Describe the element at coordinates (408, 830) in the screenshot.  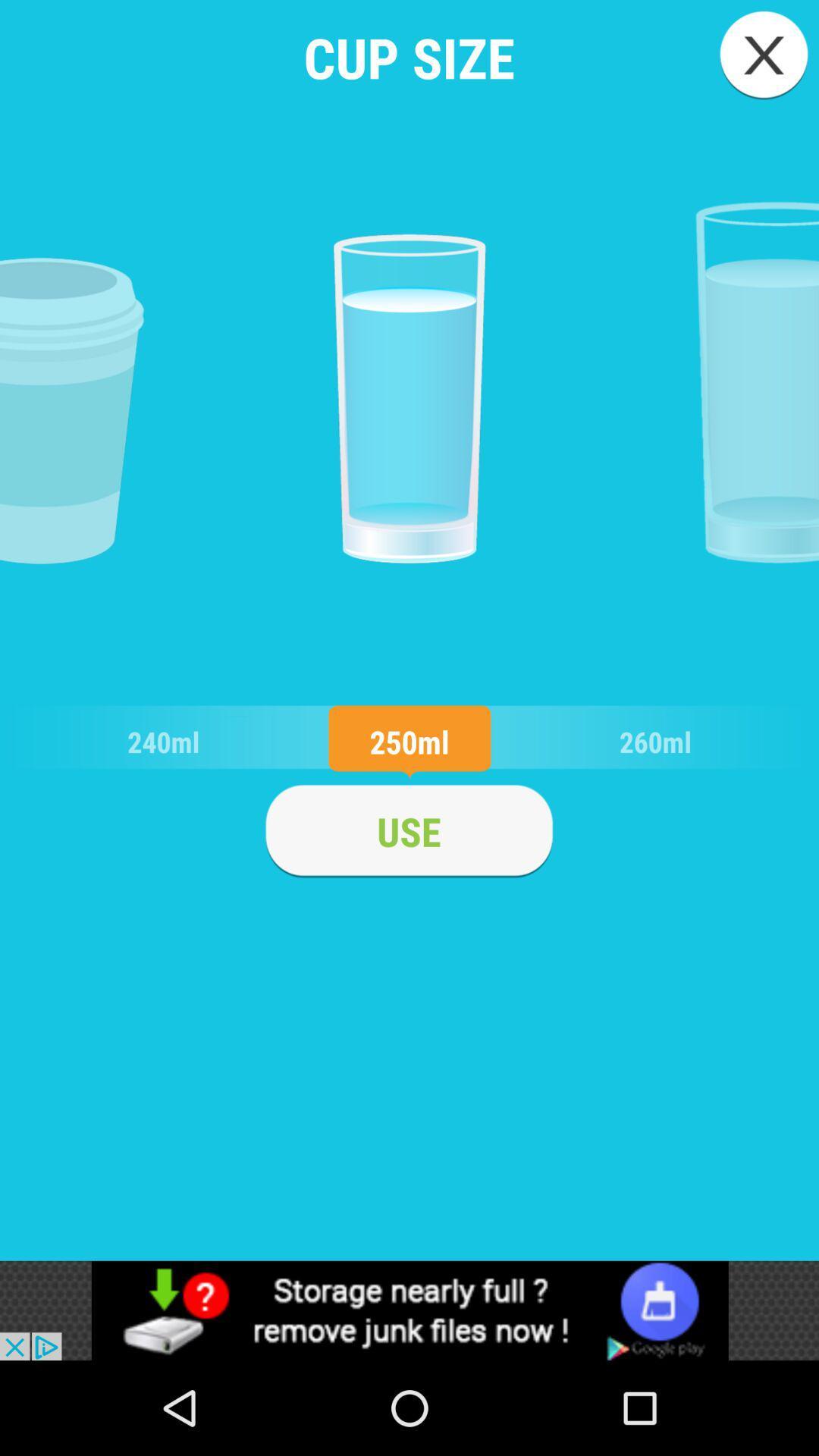
I see `the add icon` at that location.